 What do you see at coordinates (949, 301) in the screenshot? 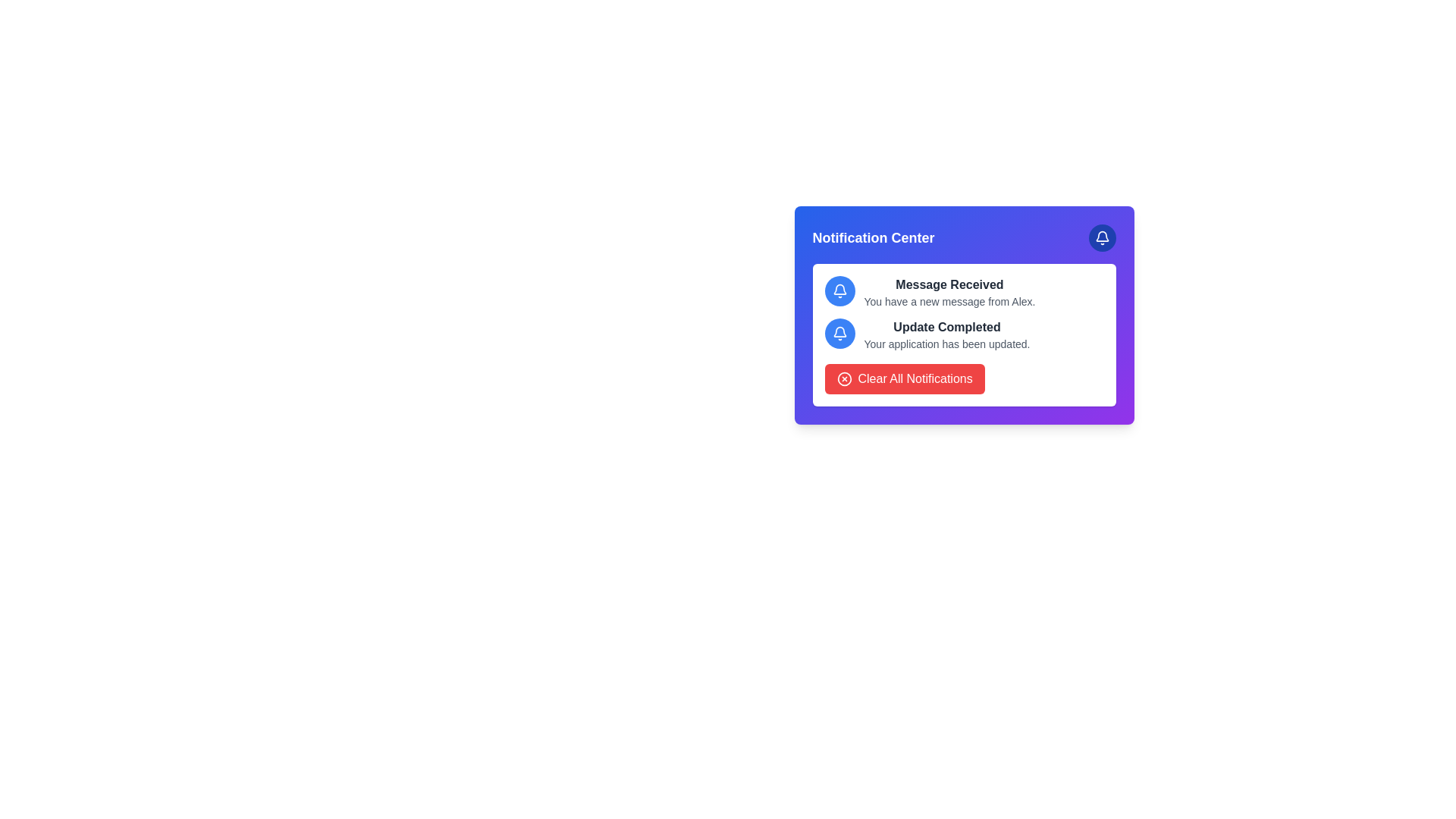
I see `the Text label that informs the user about a new message received from Alex, located under the heading 'Message Received' in the notification card` at bounding box center [949, 301].